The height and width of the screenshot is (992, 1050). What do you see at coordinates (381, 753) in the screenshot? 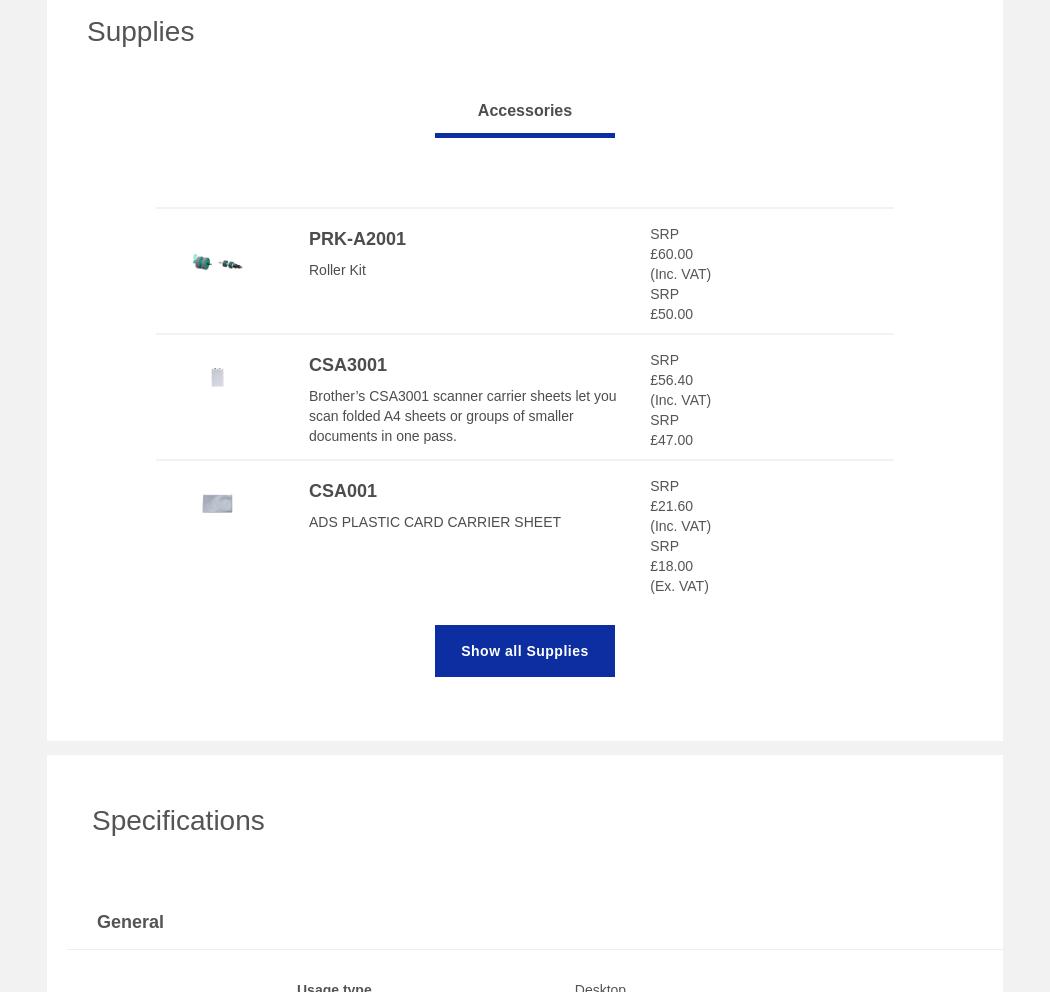
I see `'Translate with Google'` at bounding box center [381, 753].